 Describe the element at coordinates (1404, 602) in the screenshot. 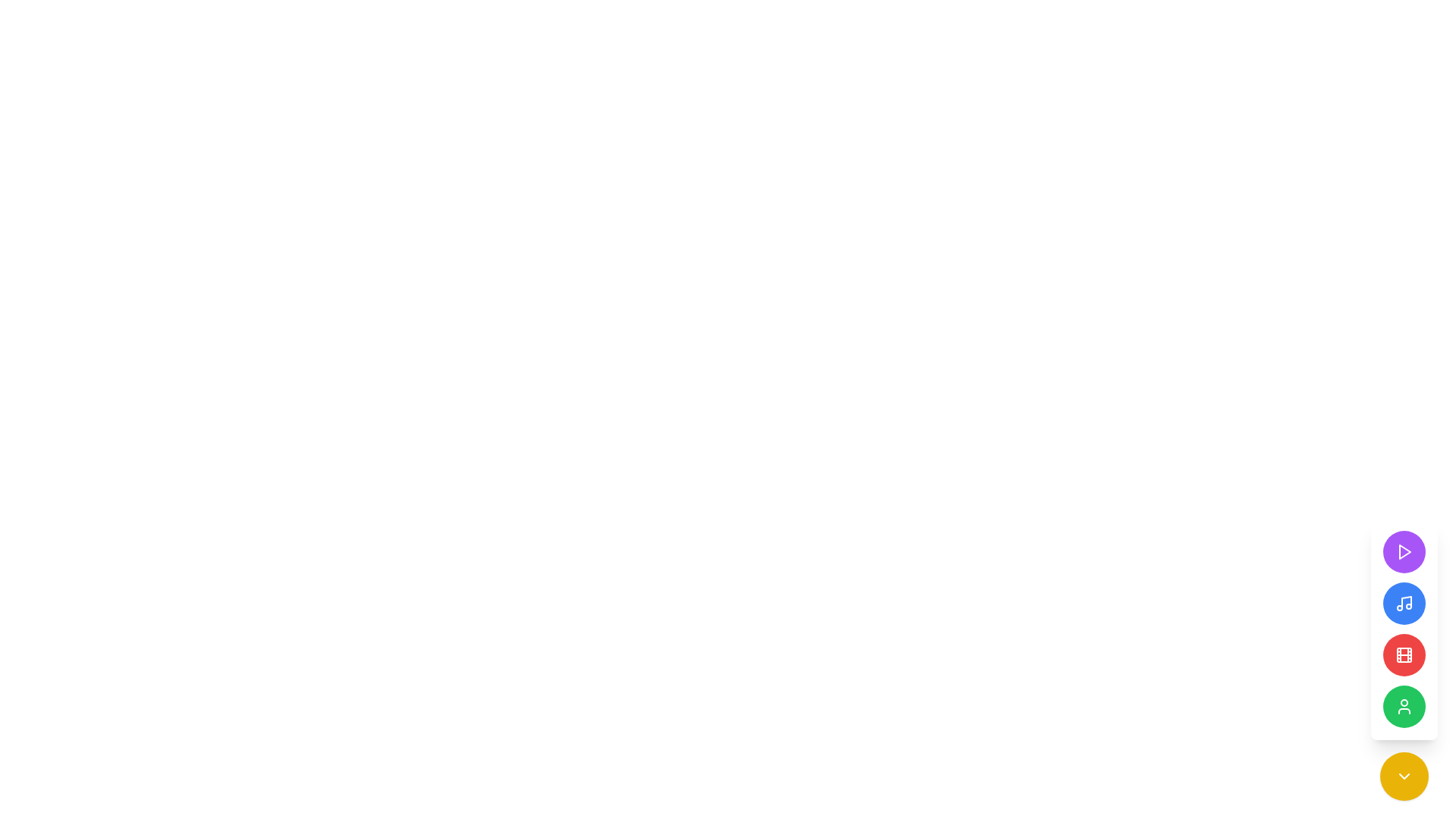

I see `the second icon button in the vertical navigation strip` at that location.